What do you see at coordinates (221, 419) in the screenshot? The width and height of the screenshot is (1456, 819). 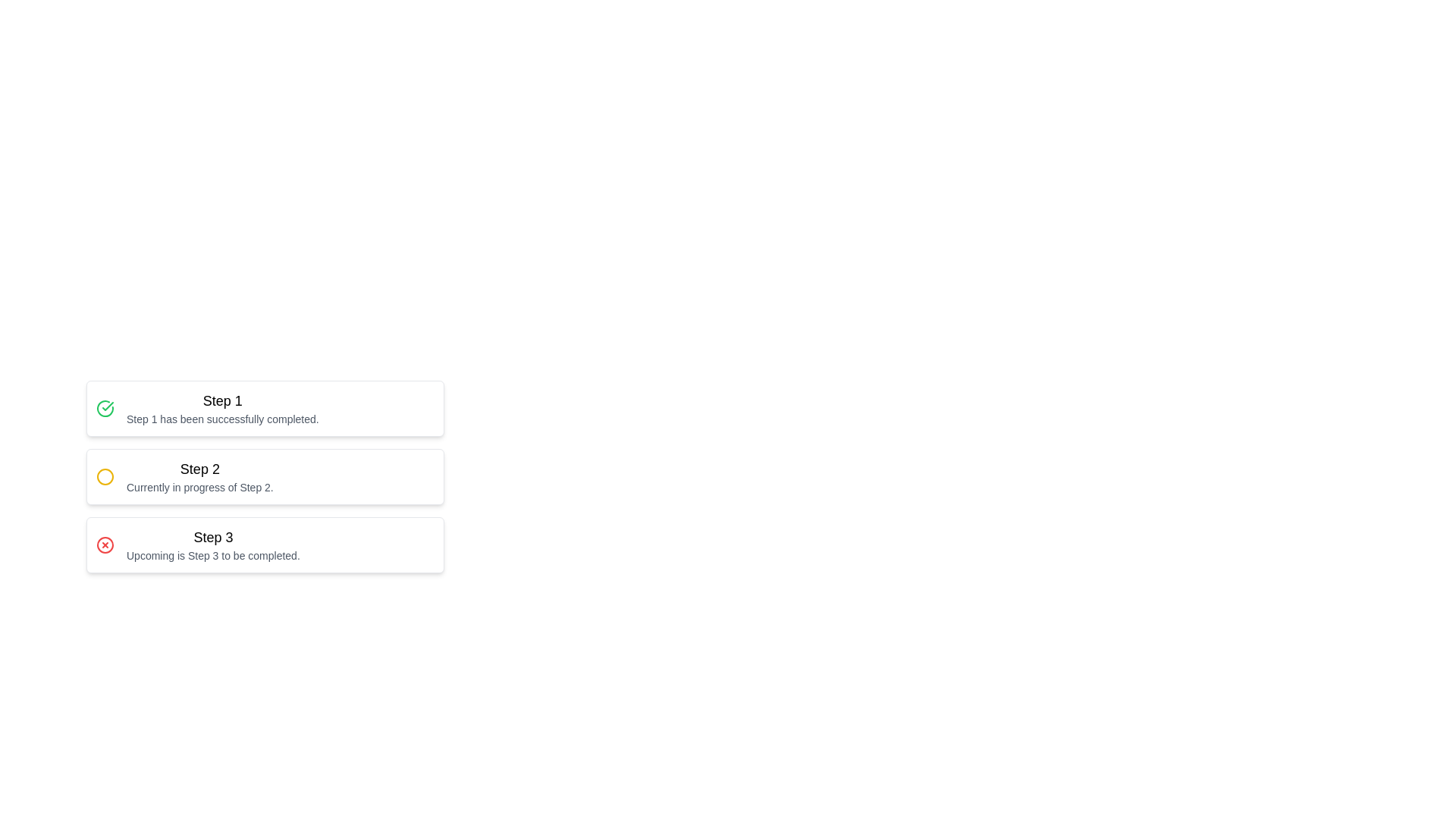 I see `the text element that reads 'Step 1 has been successfully completed.' located below 'Step 1' in a step-based layout` at bounding box center [221, 419].